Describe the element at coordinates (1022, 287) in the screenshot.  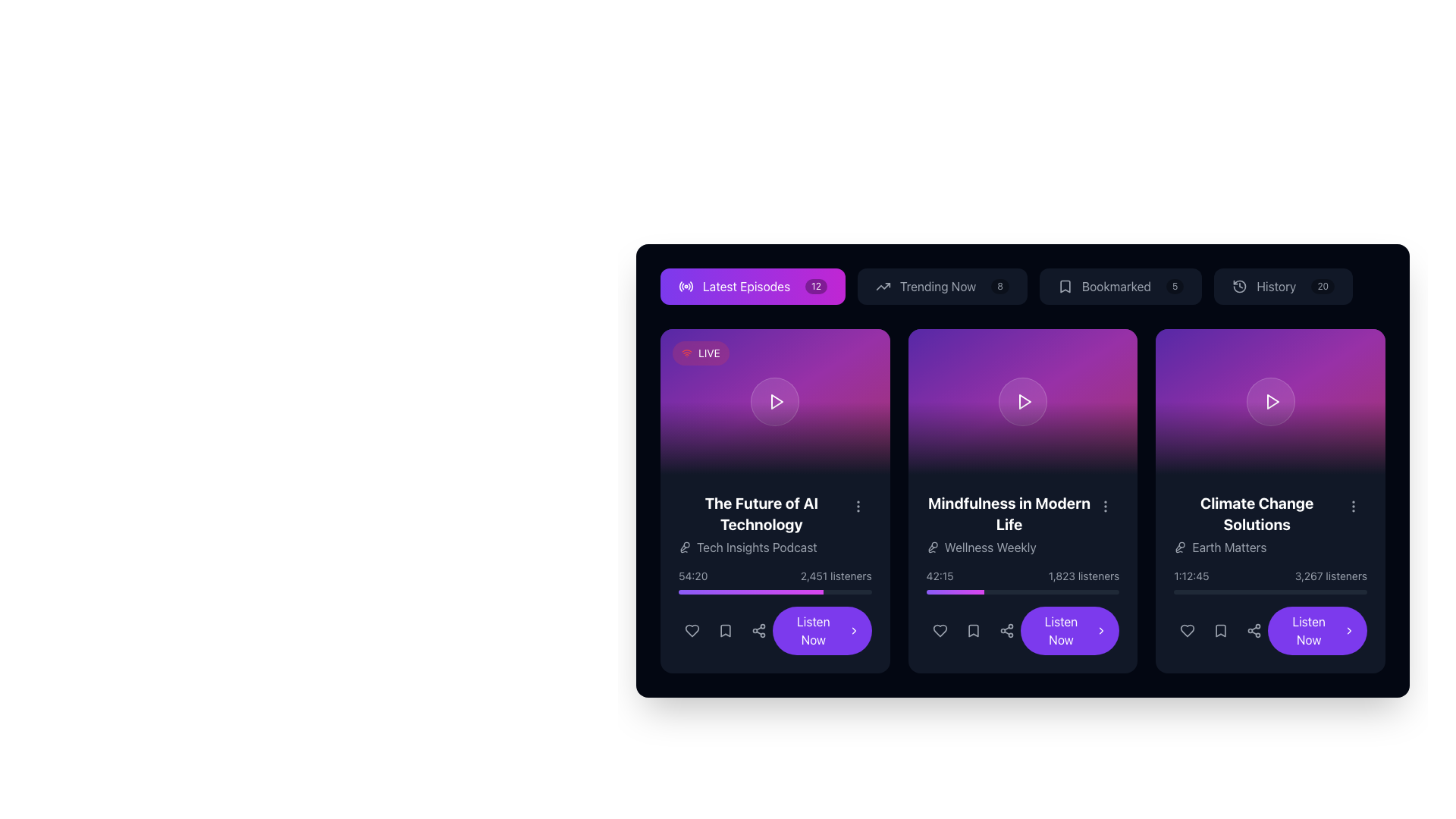
I see `the 'Trending Now' button, which is the second button in a horizontal navigation list, located to the right of 'Latest Episodes' and to the left of 'Bookmarked'` at that location.